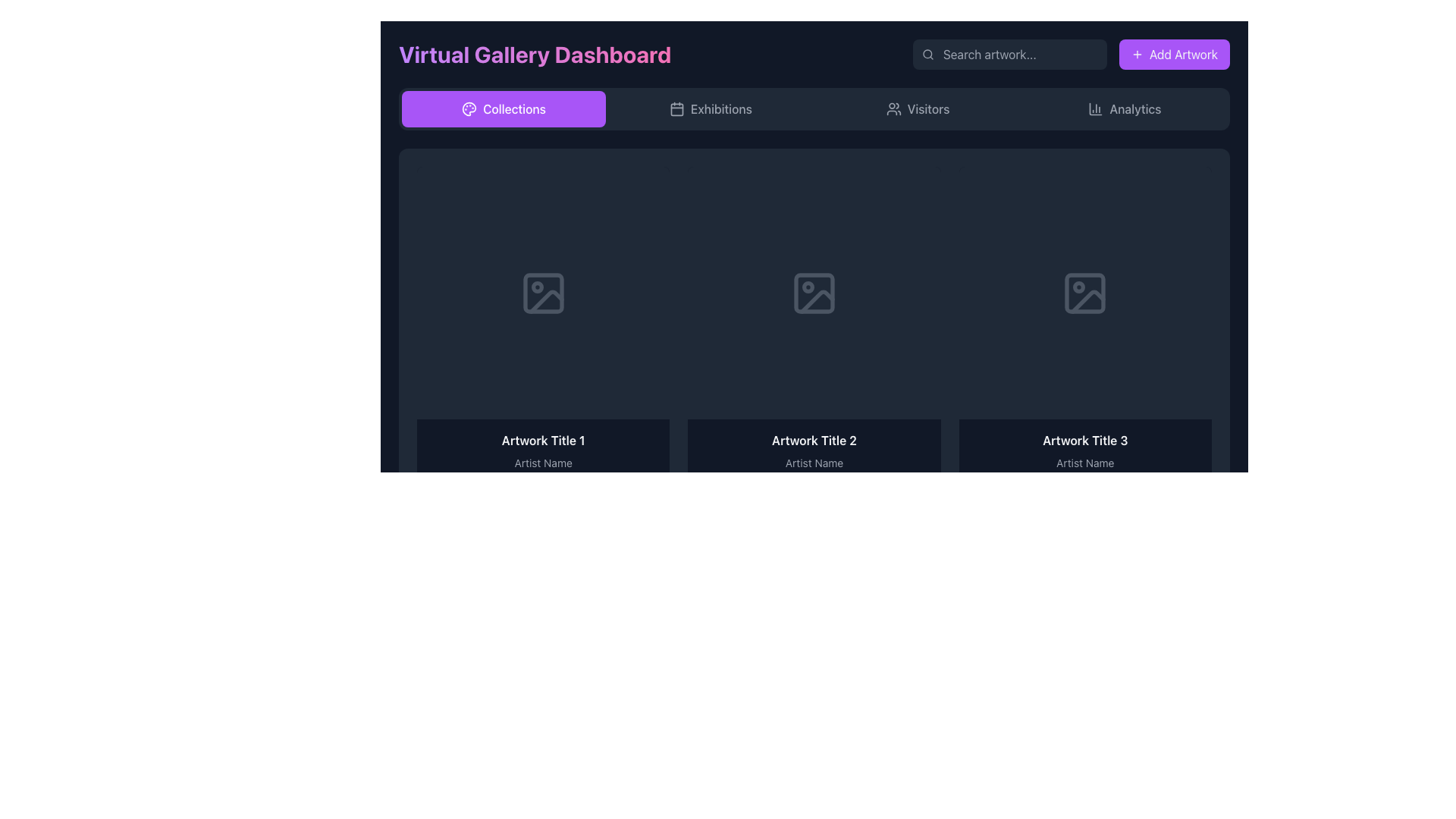 This screenshot has width=1456, height=819. I want to click on the gray image icon with a circular detail in the top-left and a triangular shape in the bottom-right, located in the top-left of the grid layout, so click(543, 293).